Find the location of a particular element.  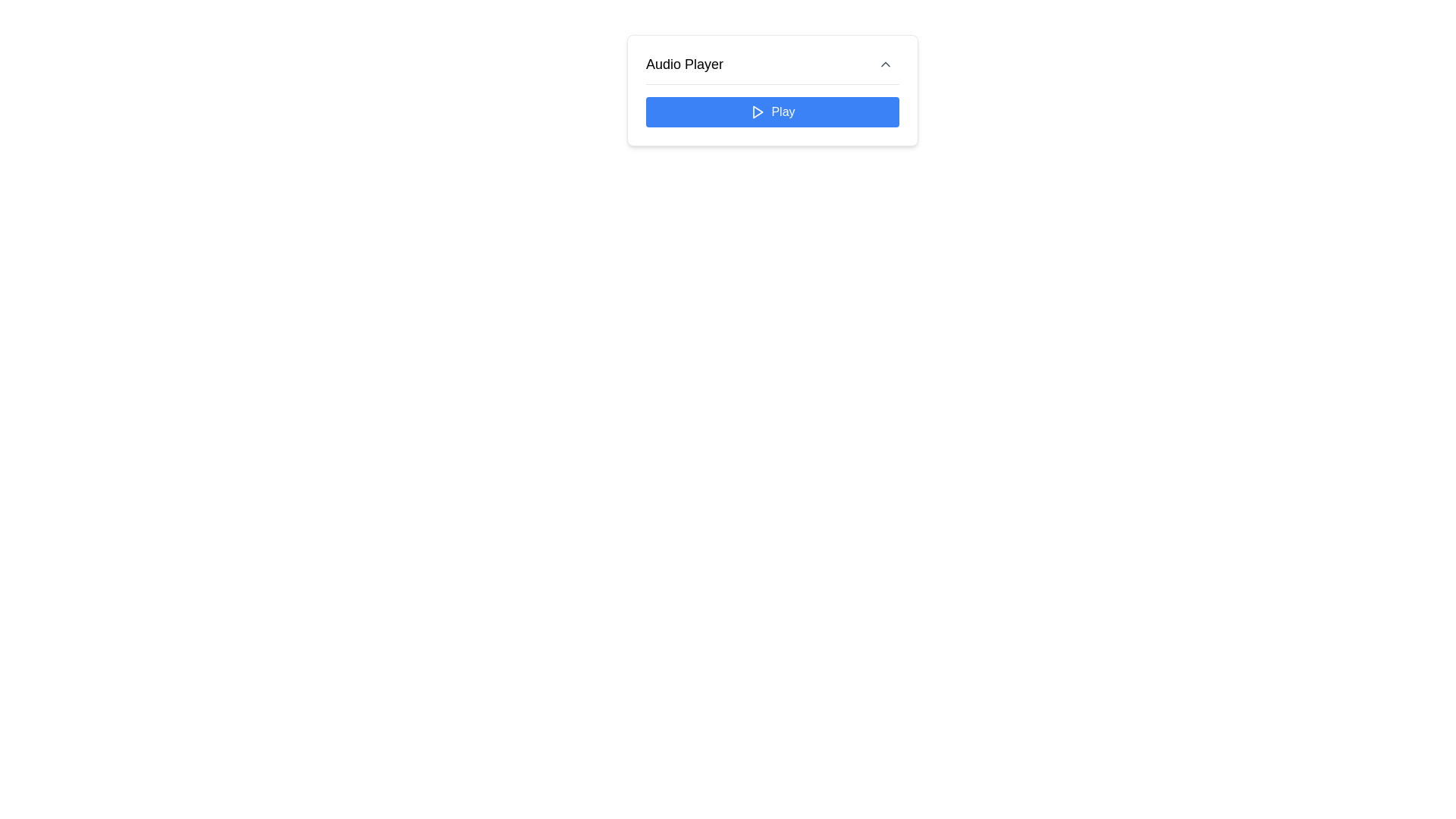

the interactive button featuring an upward-pointing chevron symbol, located to the right of the 'Audio Player' text is located at coordinates (885, 63).